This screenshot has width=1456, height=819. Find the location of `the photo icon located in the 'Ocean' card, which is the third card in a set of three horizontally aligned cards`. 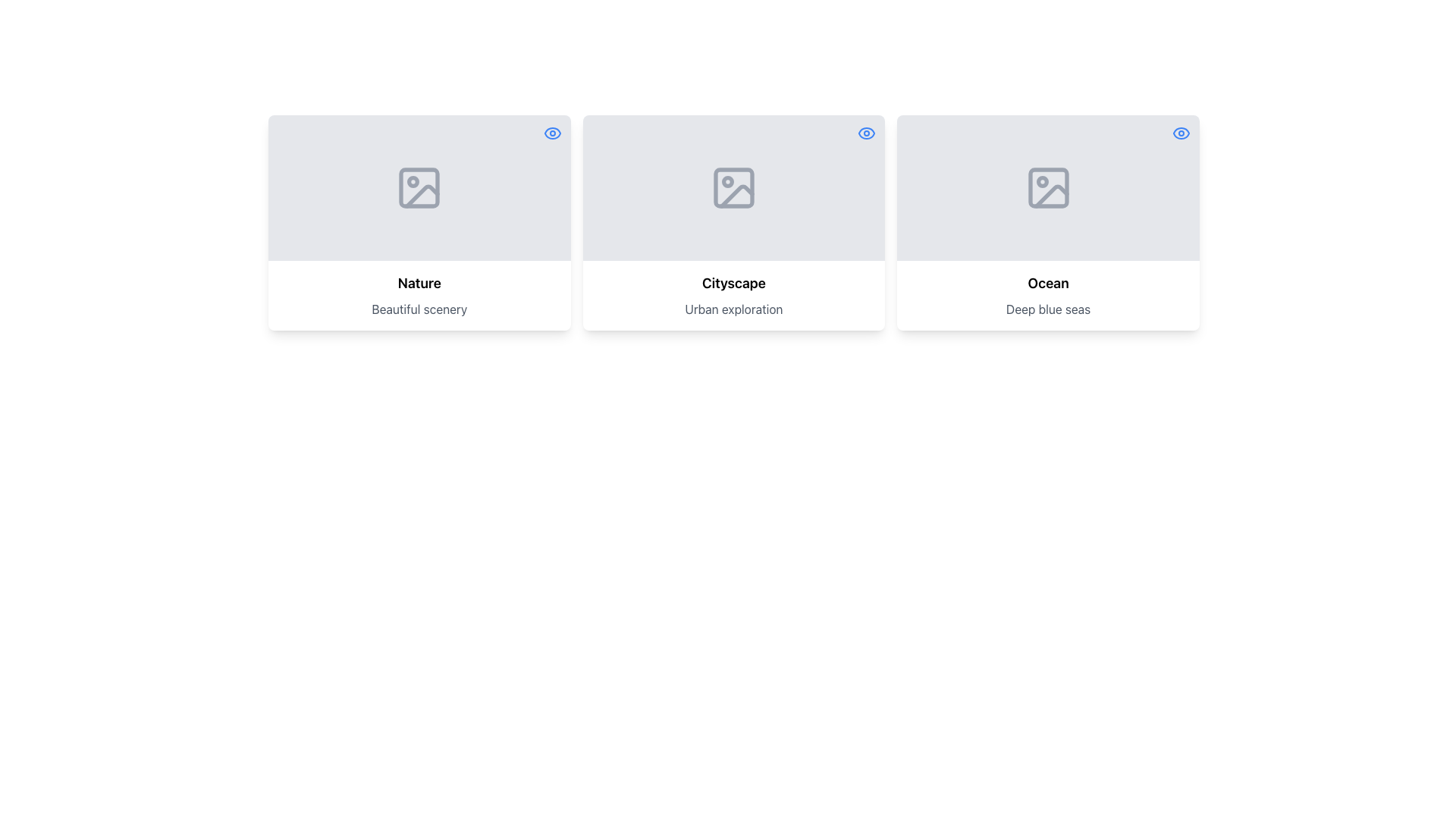

the photo icon located in the 'Ocean' card, which is the third card in a set of three horizontally aligned cards is located at coordinates (1047, 187).